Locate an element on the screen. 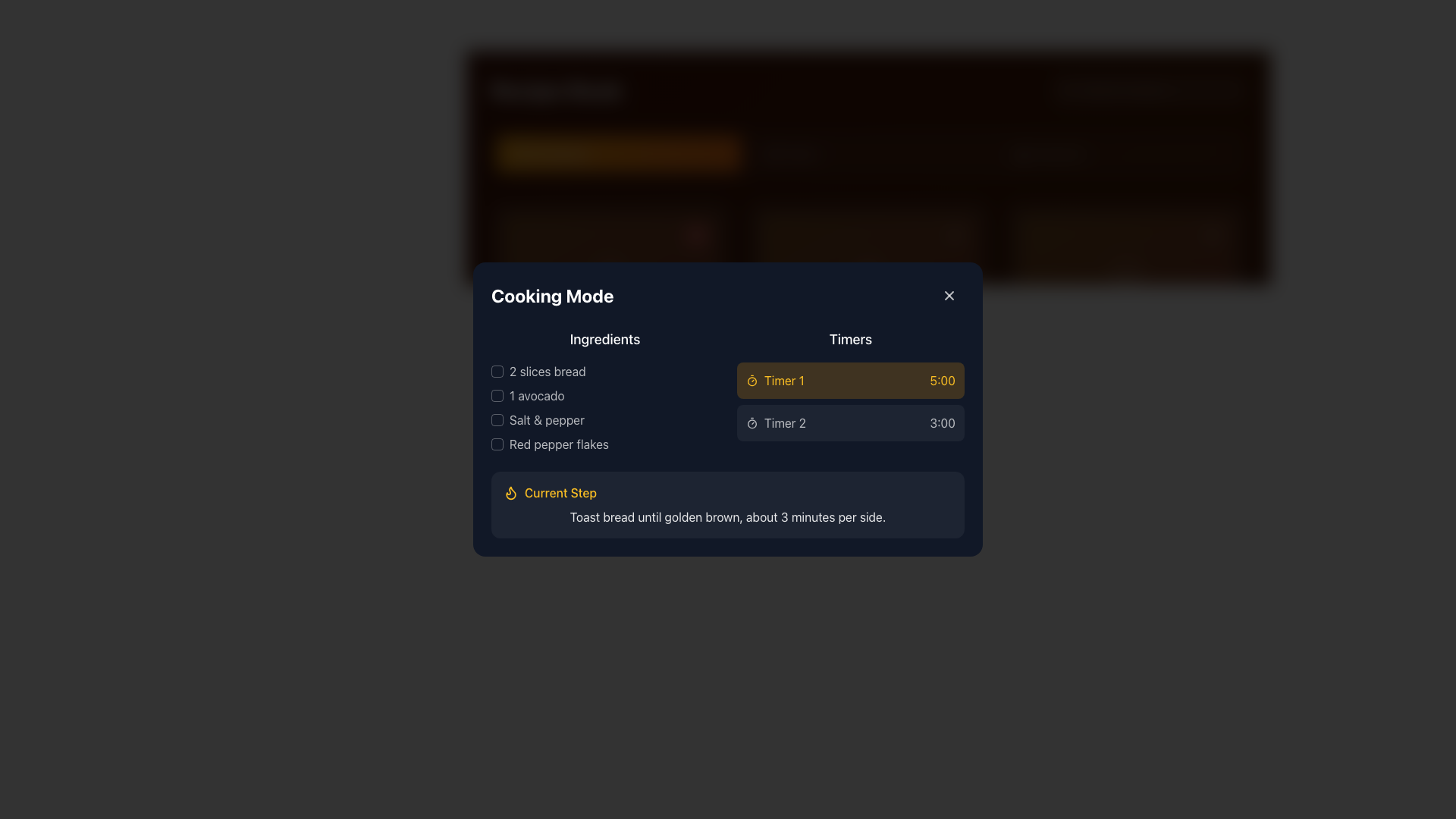  the flame-shaped icon with a thin yellow outline located to the left of the text 'Current Step' for its symbolic meaning is located at coordinates (510, 493).